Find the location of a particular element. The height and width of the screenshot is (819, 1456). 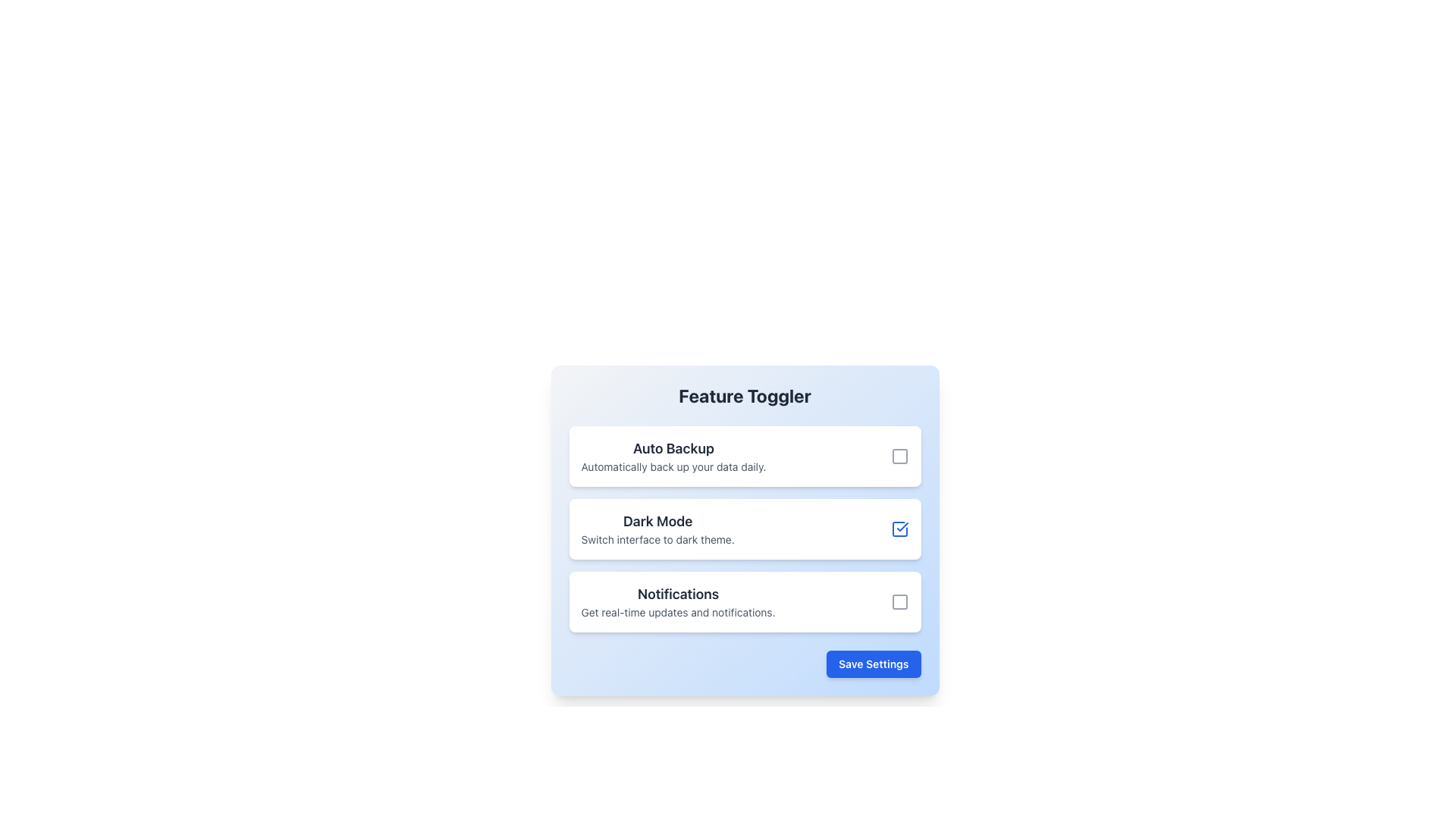

the 'Auto Backup' checkbox toggle button to observe potential hover effects is located at coordinates (899, 455).